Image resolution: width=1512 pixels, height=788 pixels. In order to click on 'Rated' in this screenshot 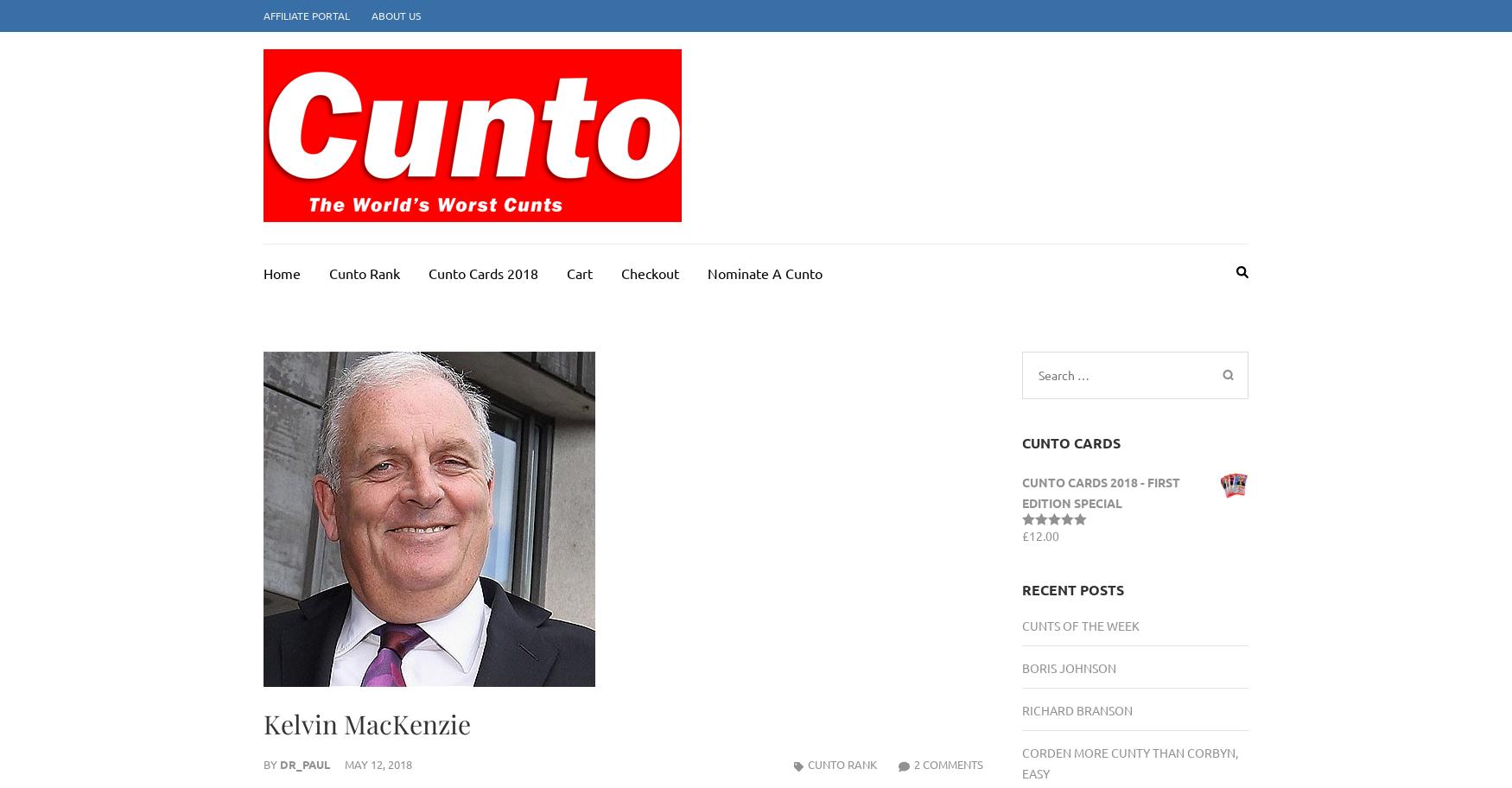, I will do `click(1020, 537)`.